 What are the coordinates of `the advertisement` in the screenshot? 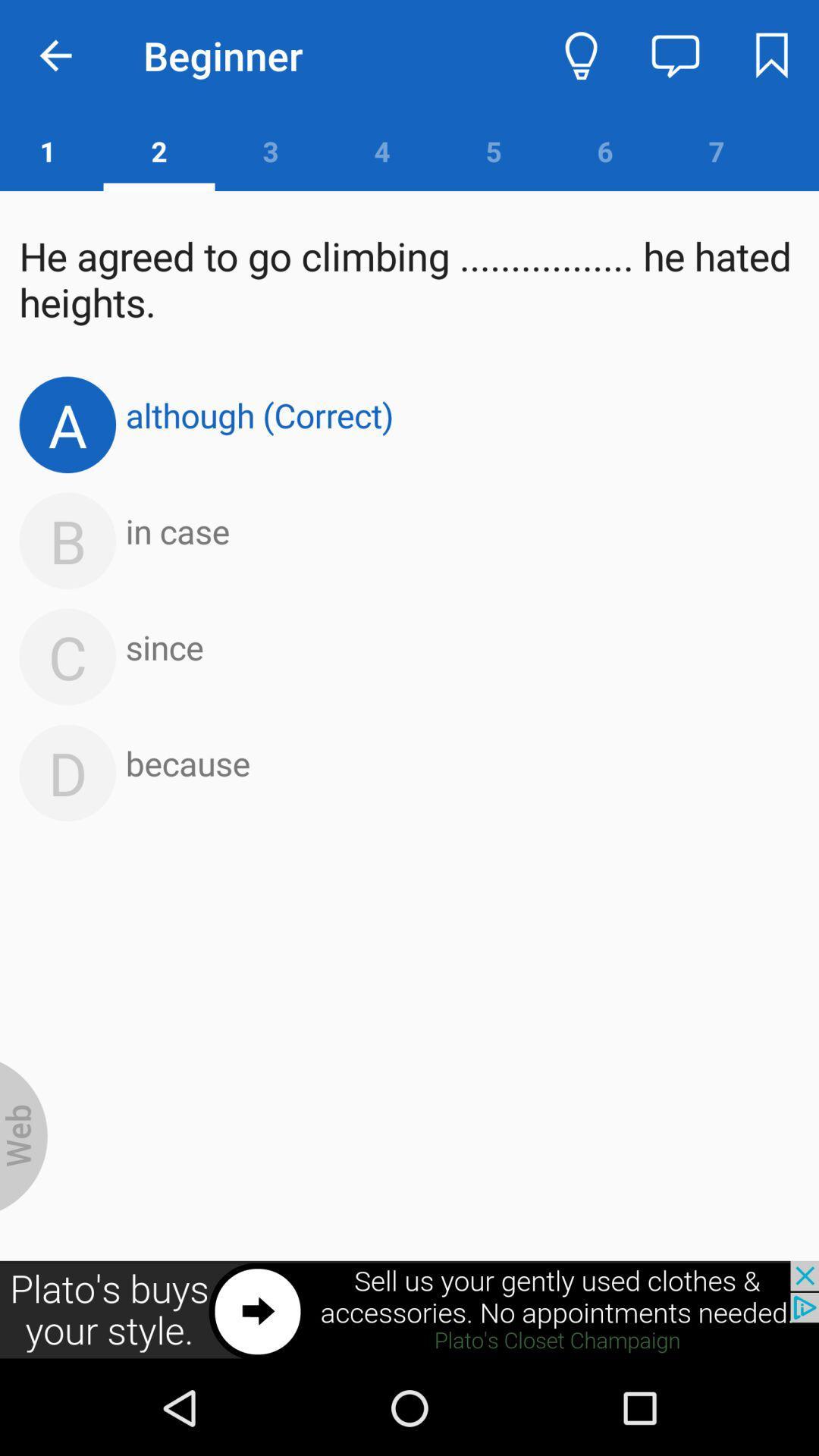 It's located at (409, 1310).